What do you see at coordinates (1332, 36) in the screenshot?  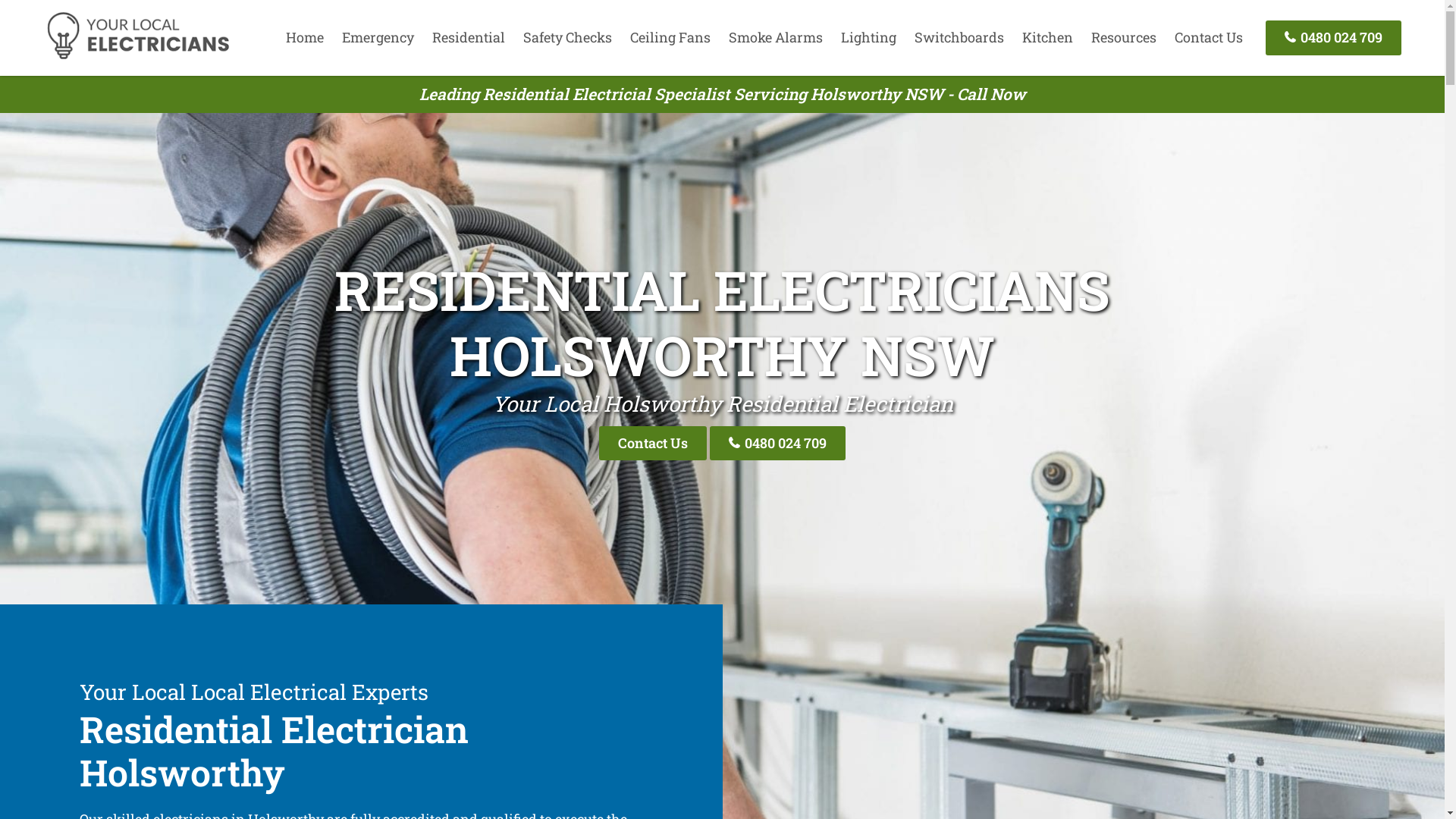 I see `'0480 024 709'` at bounding box center [1332, 36].